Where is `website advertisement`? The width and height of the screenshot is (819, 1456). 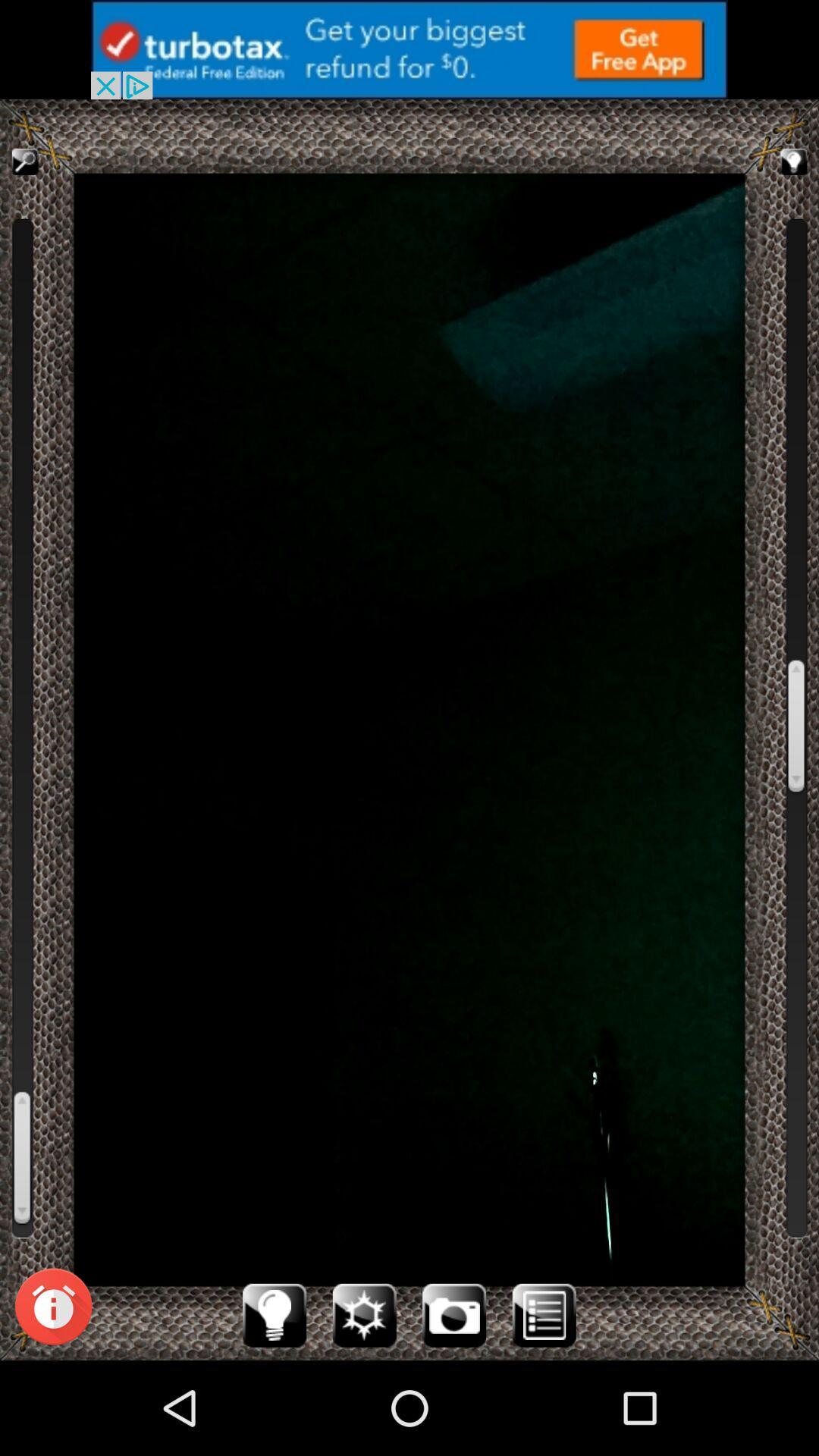 website advertisement is located at coordinates (409, 49).